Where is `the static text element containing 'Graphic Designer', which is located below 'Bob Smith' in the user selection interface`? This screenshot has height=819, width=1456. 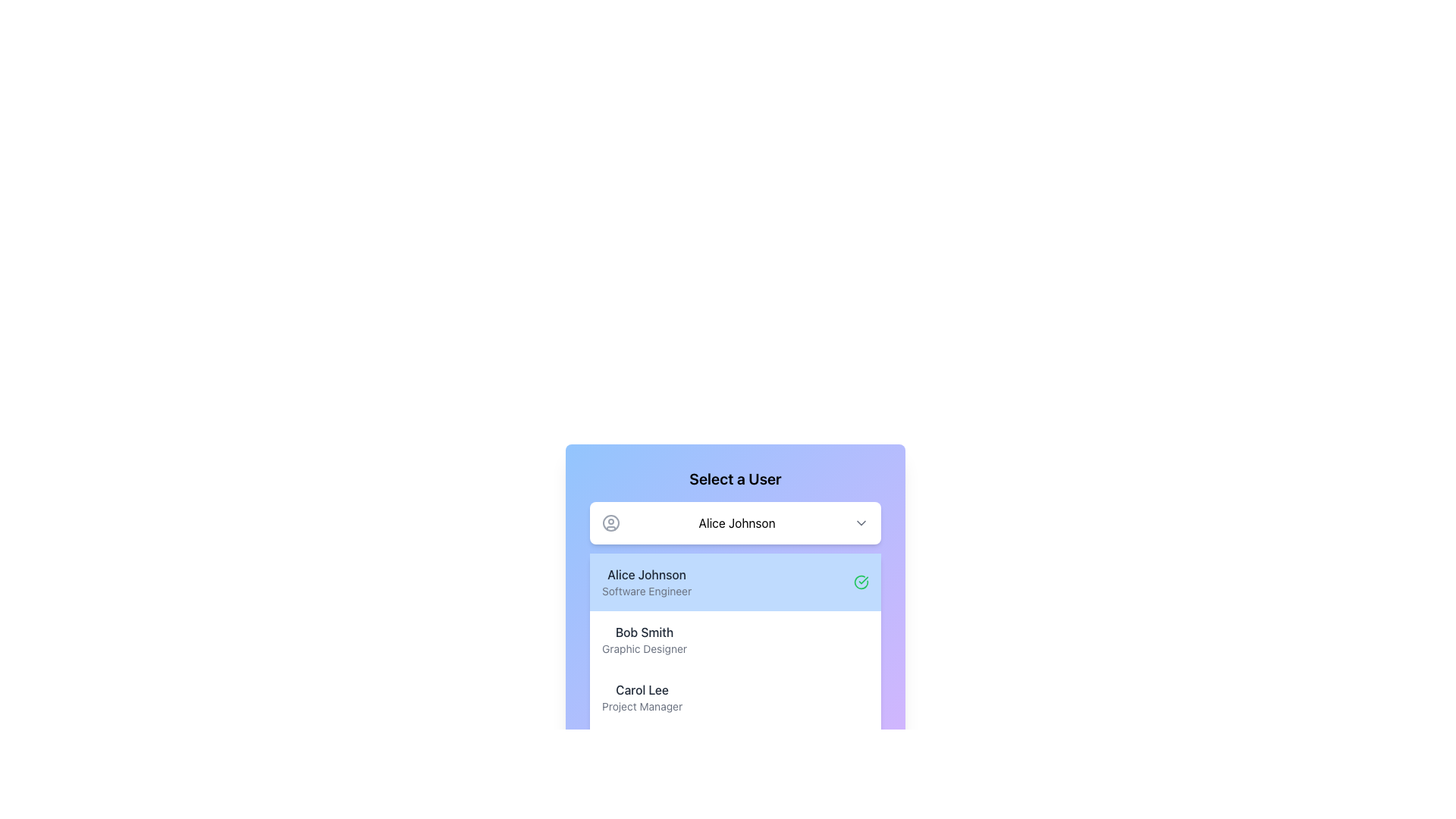
the static text element containing 'Graphic Designer', which is located below 'Bob Smith' in the user selection interface is located at coordinates (644, 648).